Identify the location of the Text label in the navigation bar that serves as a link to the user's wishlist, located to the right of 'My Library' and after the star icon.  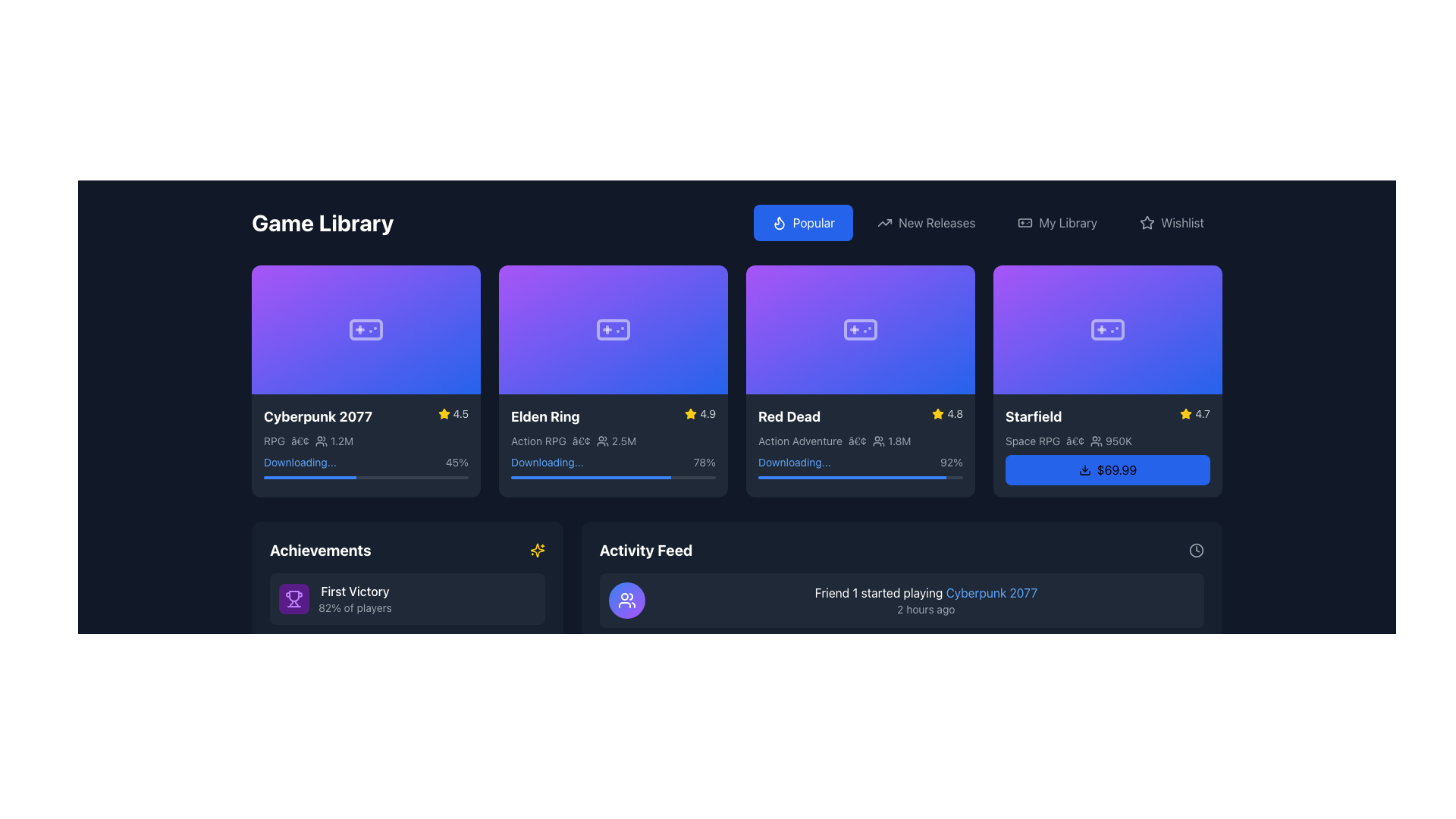
(1181, 222).